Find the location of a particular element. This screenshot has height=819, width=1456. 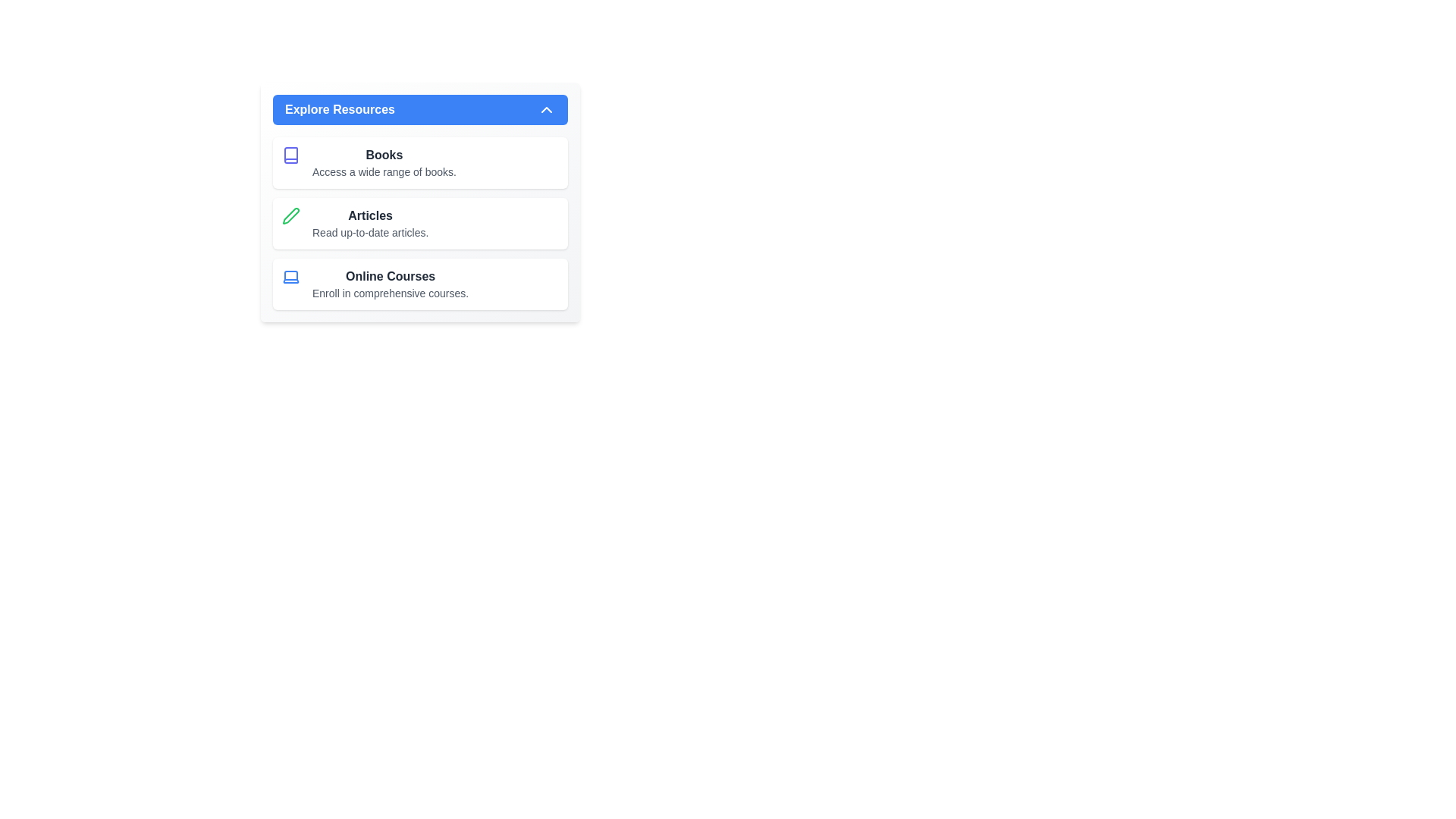

the 'Articles' list item in the navigational menu is located at coordinates (420, 223).